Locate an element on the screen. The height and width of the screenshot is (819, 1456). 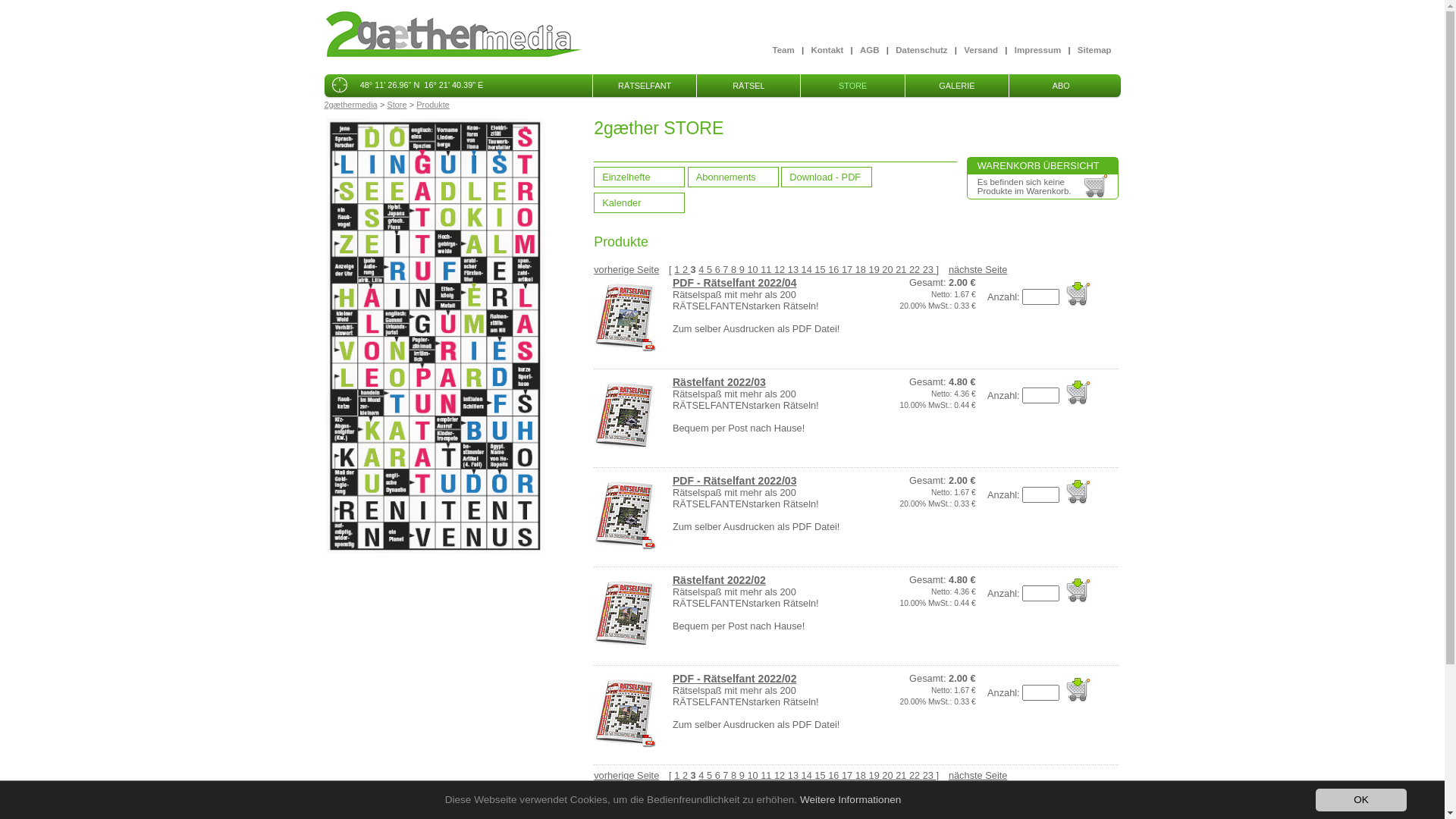
'vorherige Seite' is located at coordinates (626, 775).